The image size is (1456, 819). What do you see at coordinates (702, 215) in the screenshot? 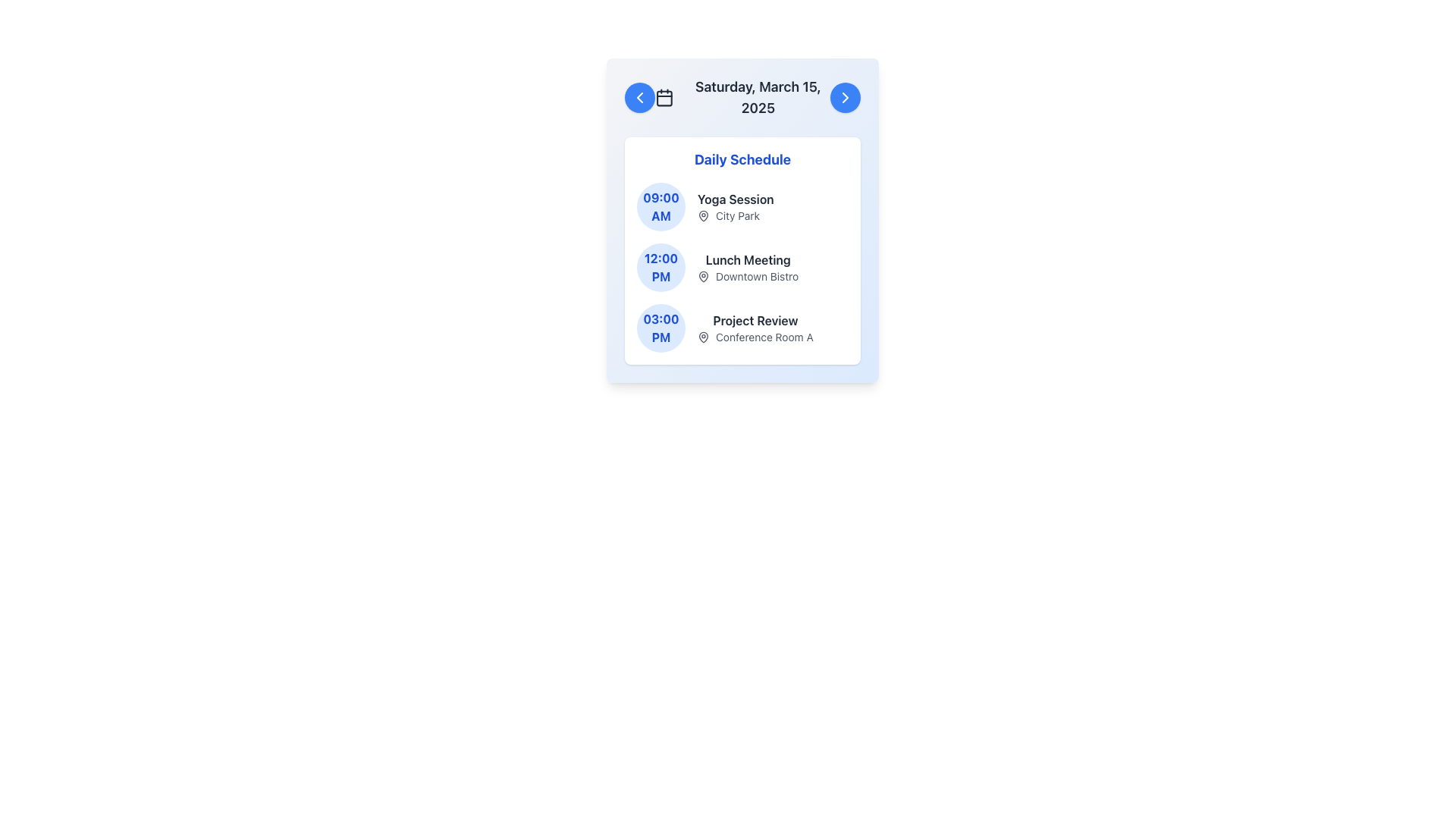
I see `the pin icon located to the right of the '09:00 AM' timestamp text in the first schedule item, adjacent to 'City Park'` at bounding box center [702, 215].